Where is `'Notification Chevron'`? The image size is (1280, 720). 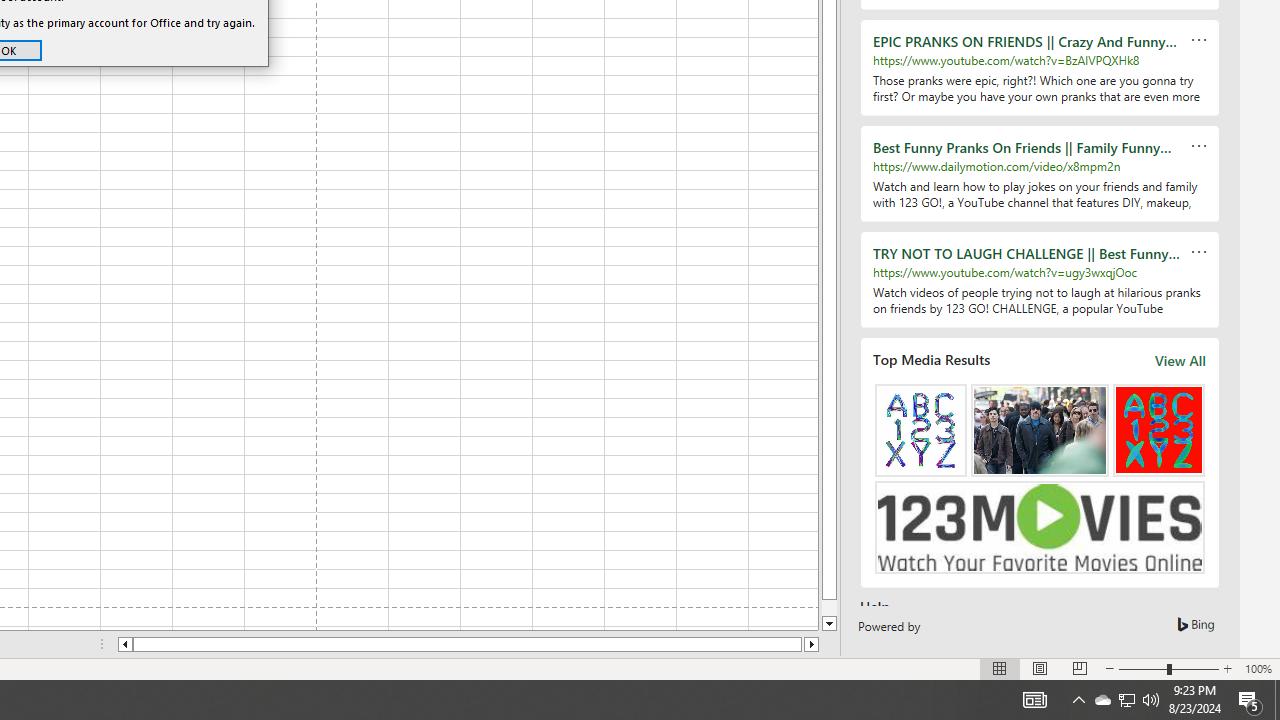
'Notification Chevron' is located at coordinates (1078, 698).